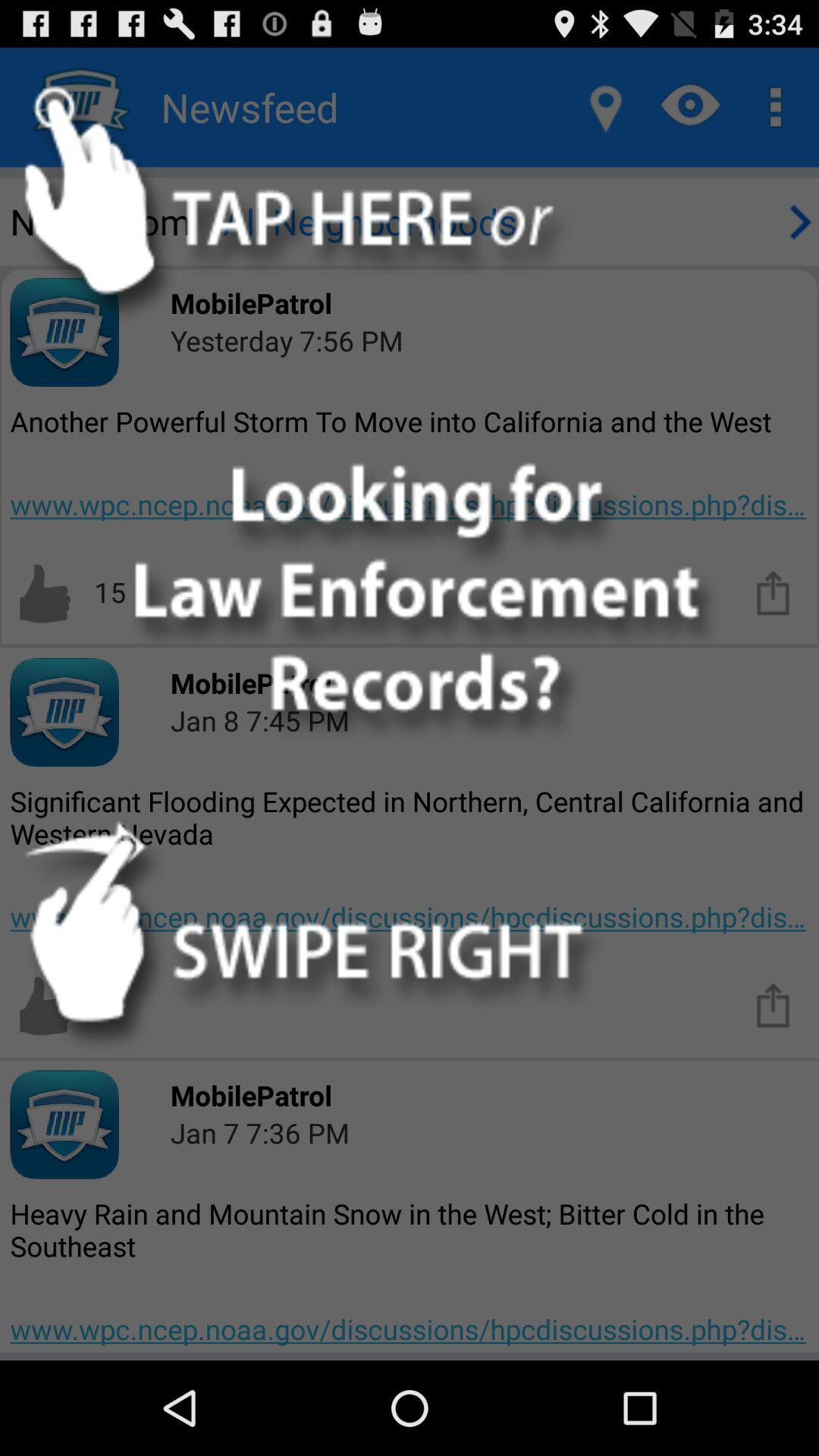 The height and width of the screenshot is (1456, 819). I want to click on share the article, so click(773, 591).